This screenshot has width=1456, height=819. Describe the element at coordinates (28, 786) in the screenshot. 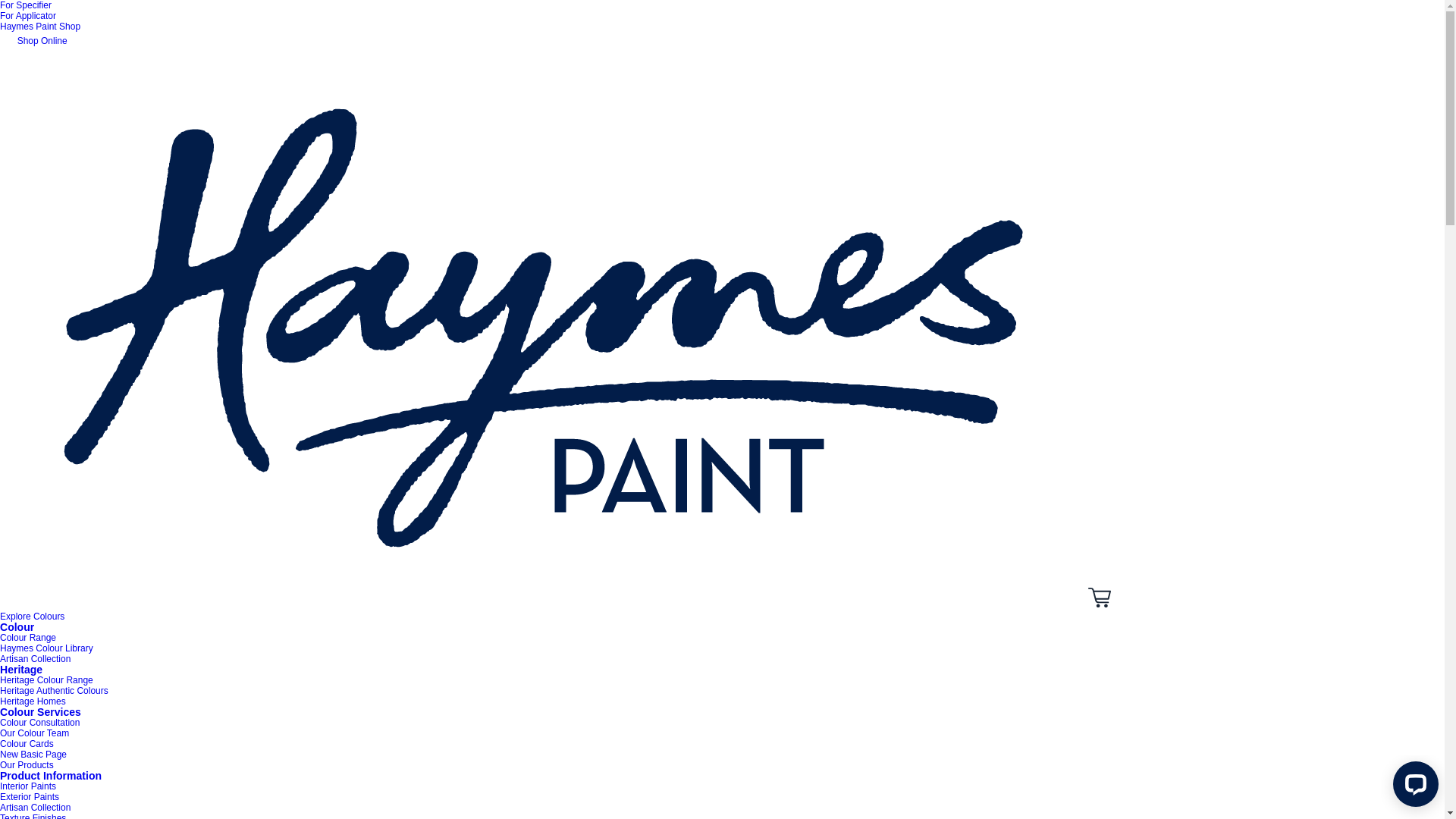

I see `'Interior Paints'` at that location.